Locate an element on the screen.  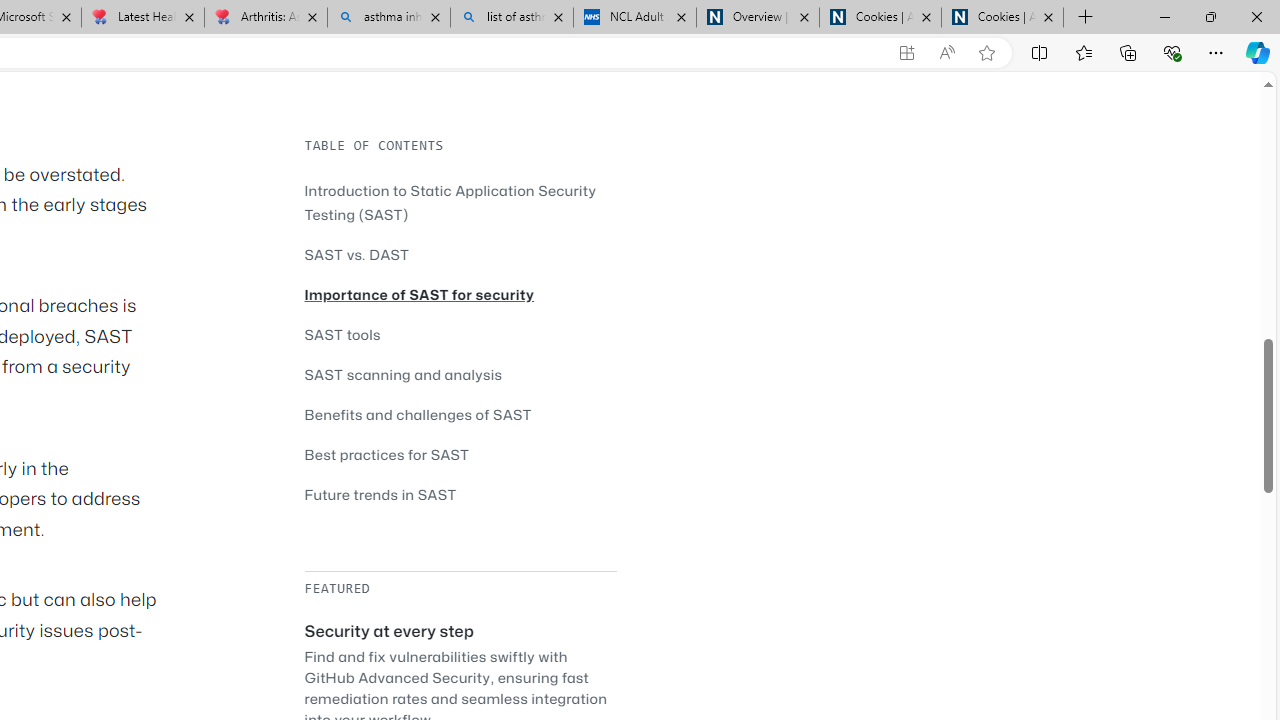
'Importance of SAST for security' is located at coordinates (459, 294).